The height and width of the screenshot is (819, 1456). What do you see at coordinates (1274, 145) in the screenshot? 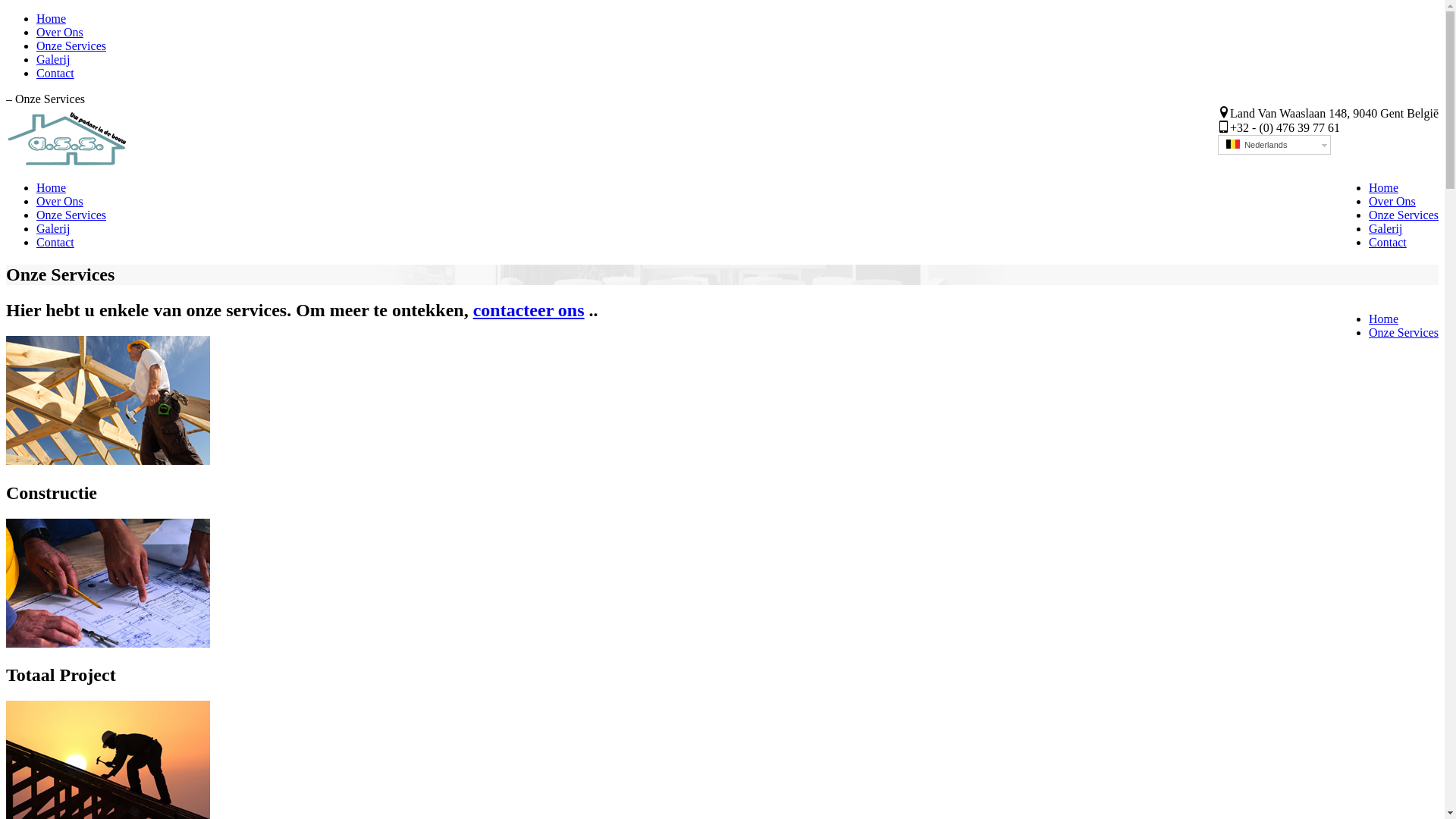
I see `'  Nederlands'` at bounding box center [1274, 145].